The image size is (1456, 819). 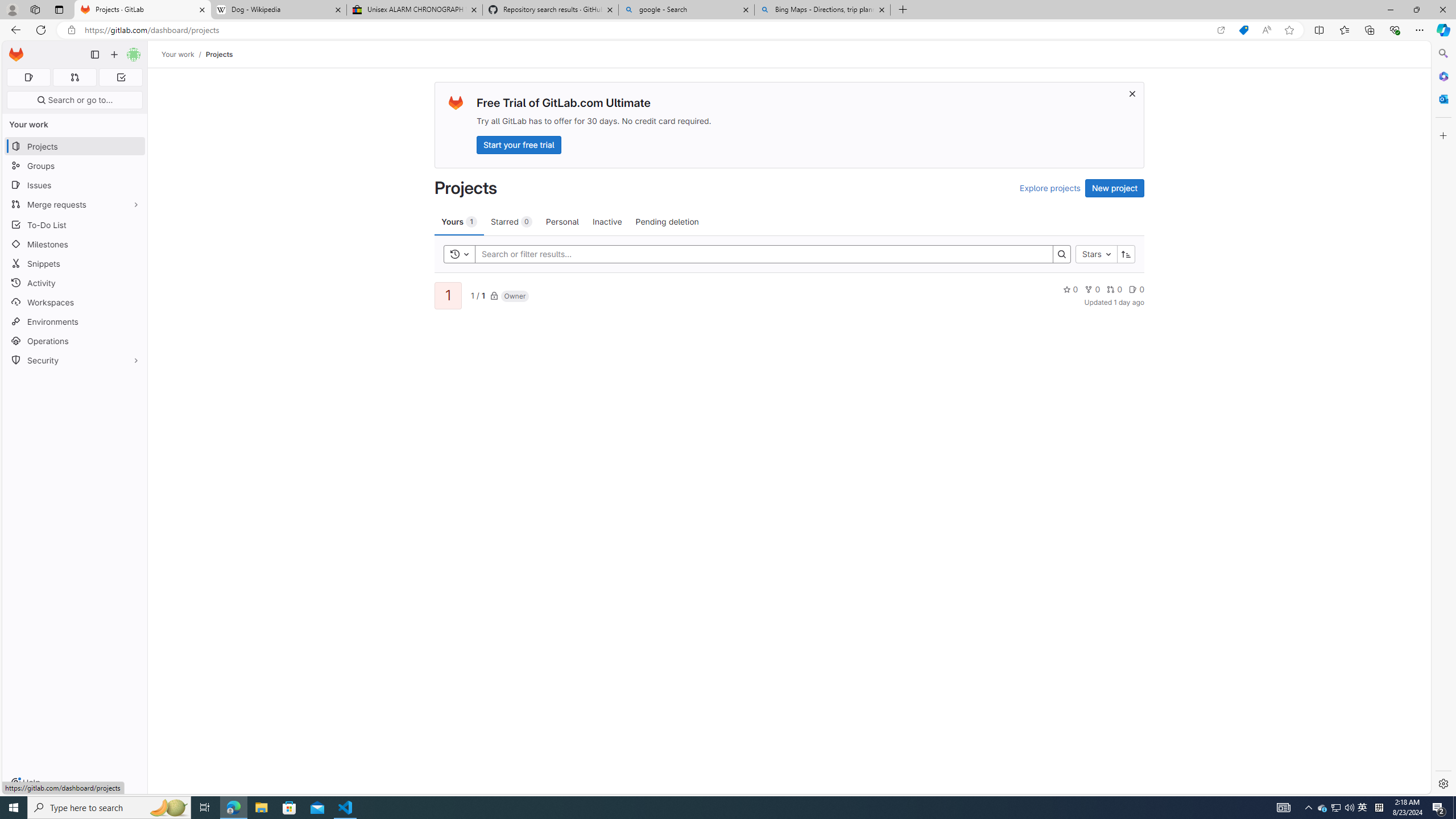 I want to click on '1', so click(x=447, y=295).